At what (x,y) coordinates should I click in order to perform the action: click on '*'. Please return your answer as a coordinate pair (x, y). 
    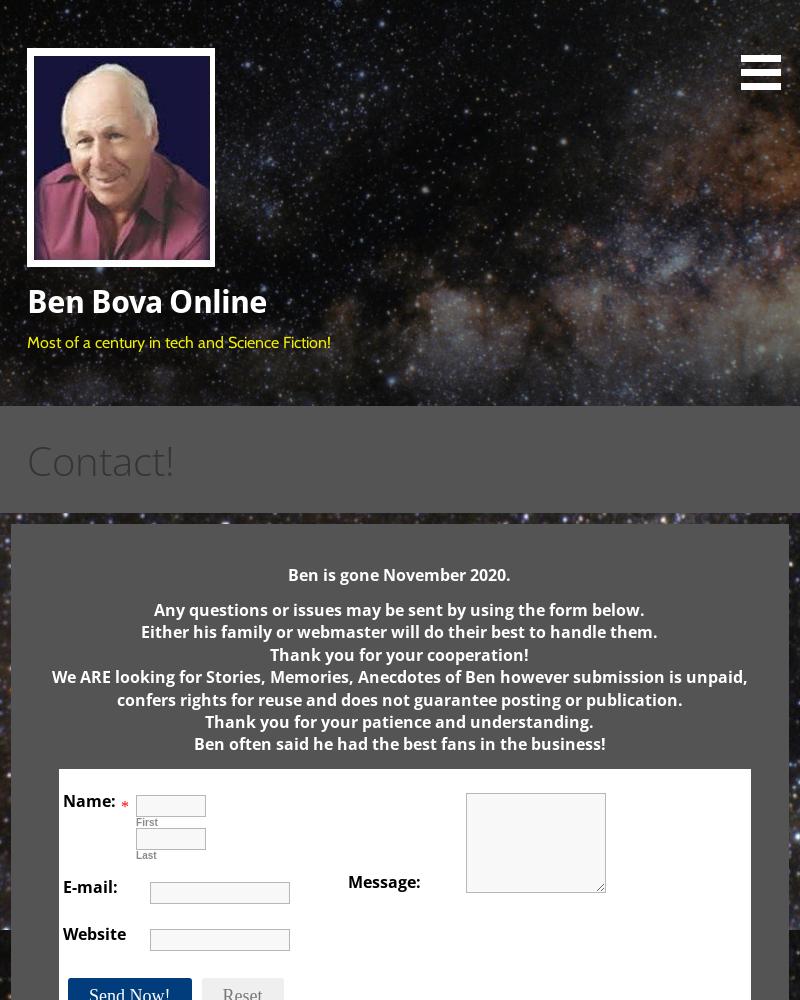
    Looking at the image, I should click on (123, 805).